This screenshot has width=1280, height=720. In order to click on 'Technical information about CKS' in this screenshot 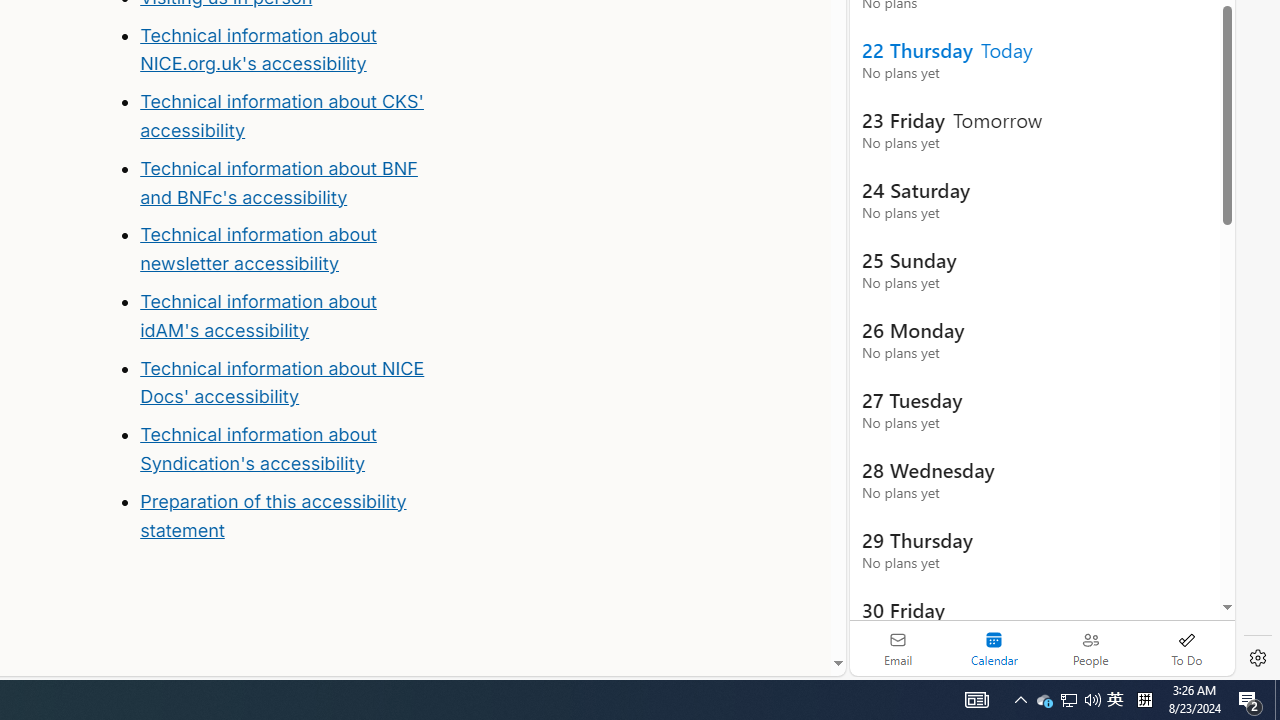, I will do `click(280, 116)`.